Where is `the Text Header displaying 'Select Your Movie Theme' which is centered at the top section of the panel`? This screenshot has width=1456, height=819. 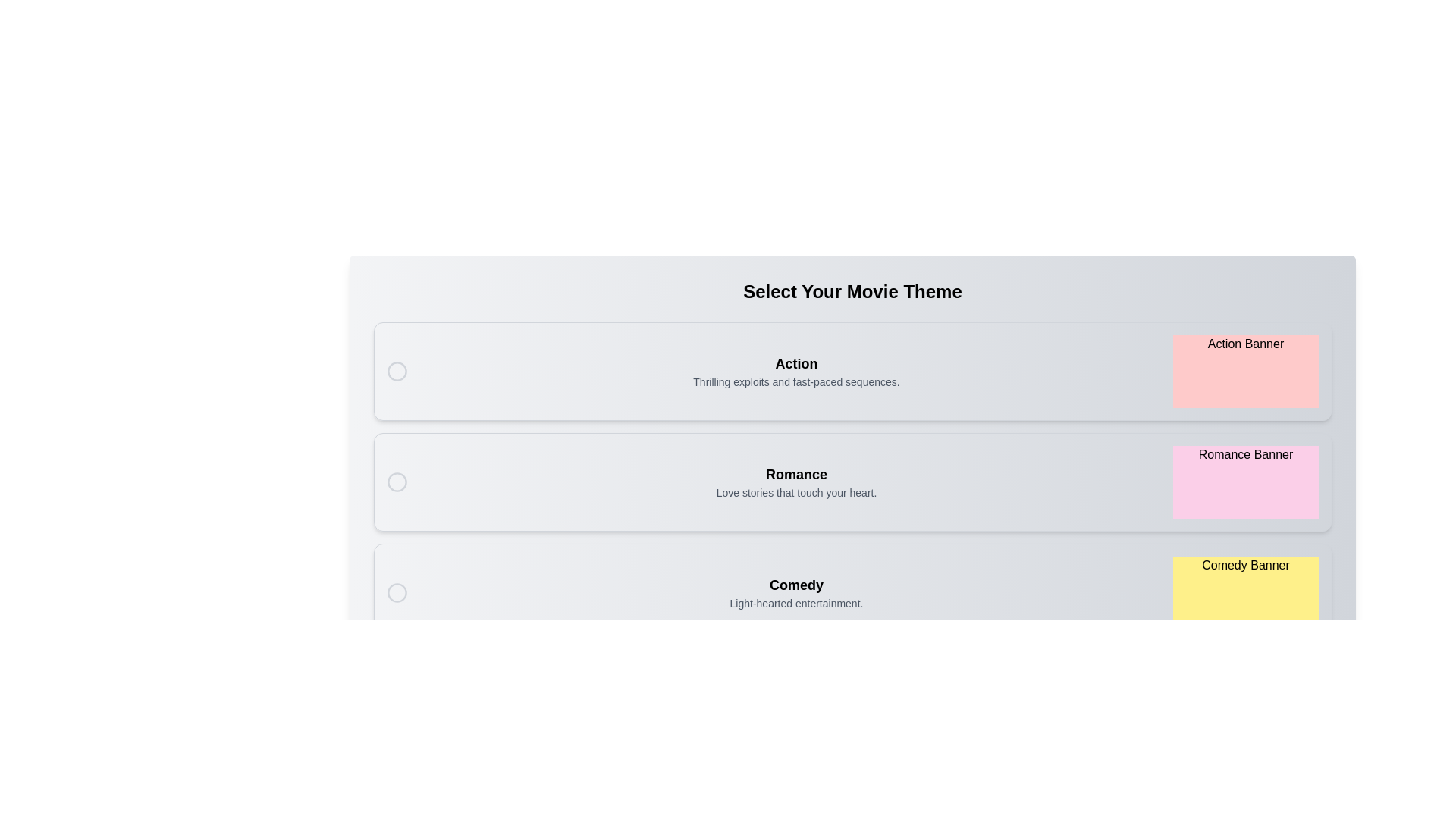 the Text Header displaying 'Select Your Movie Theme' which is centered at the top section of the panel is located at coordinates (852, 292).